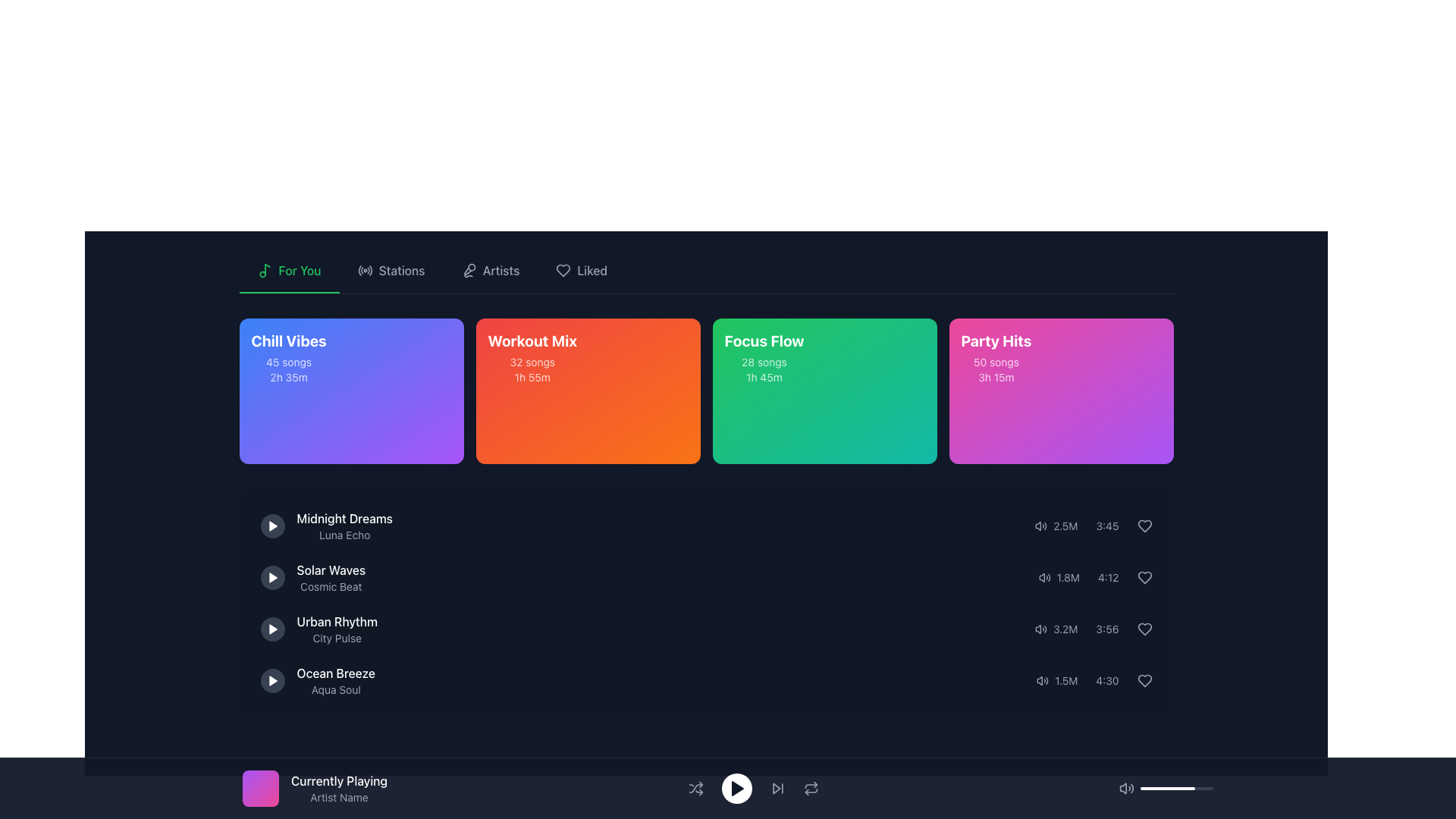 Image resolution: width=1456 pixels, height=819 pixels. Describe the element at coordinates (501, 270) in the screenshot. I see `the 'Artists' text in the navigation bar` at that location.